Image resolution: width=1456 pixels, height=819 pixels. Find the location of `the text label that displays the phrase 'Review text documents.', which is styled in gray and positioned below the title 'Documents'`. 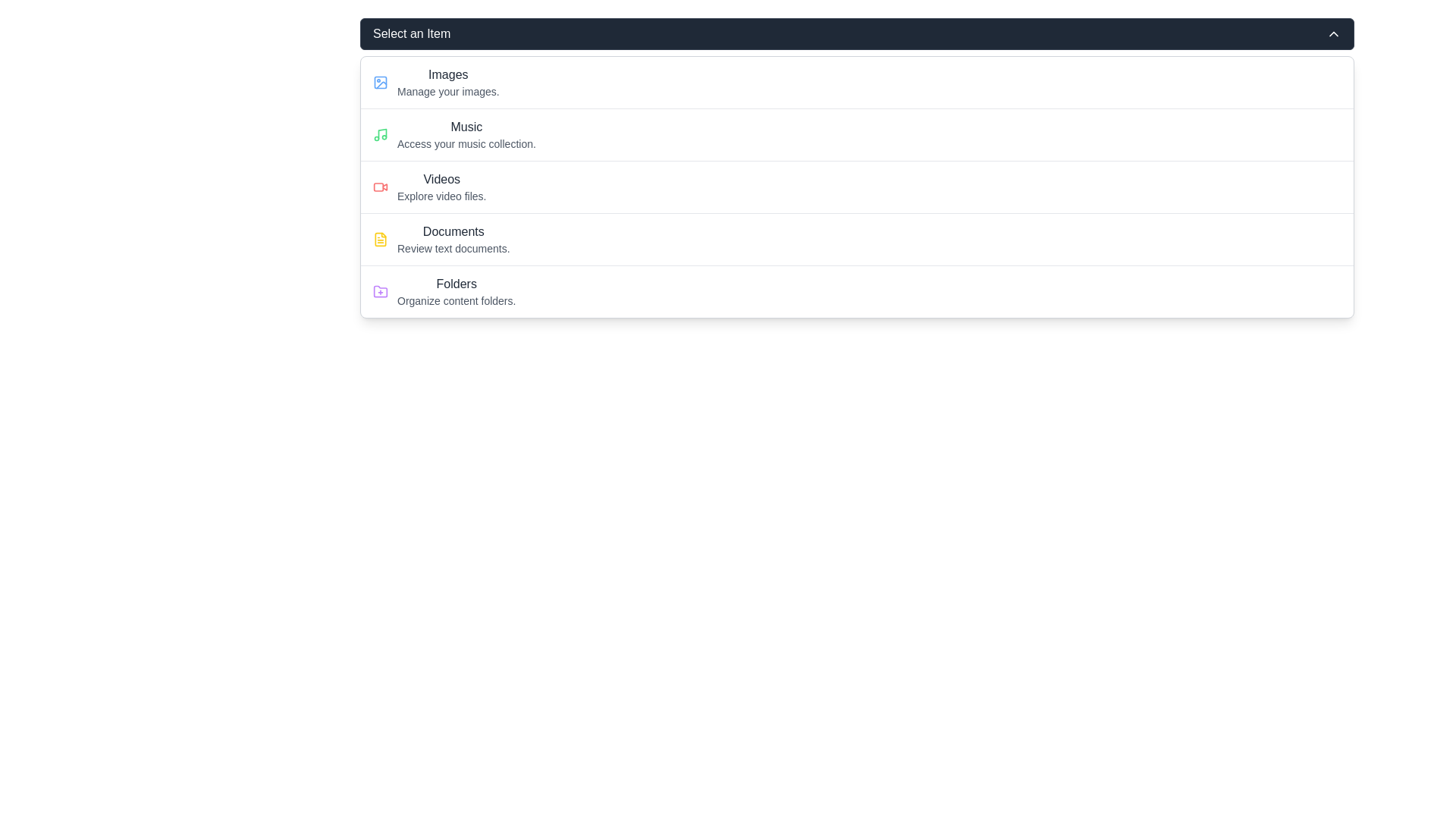

the text label that displays the phrase 'Review text documents.', which is styled in gray and positioned below the title 'Documents' is located at coordinates (453, 247).